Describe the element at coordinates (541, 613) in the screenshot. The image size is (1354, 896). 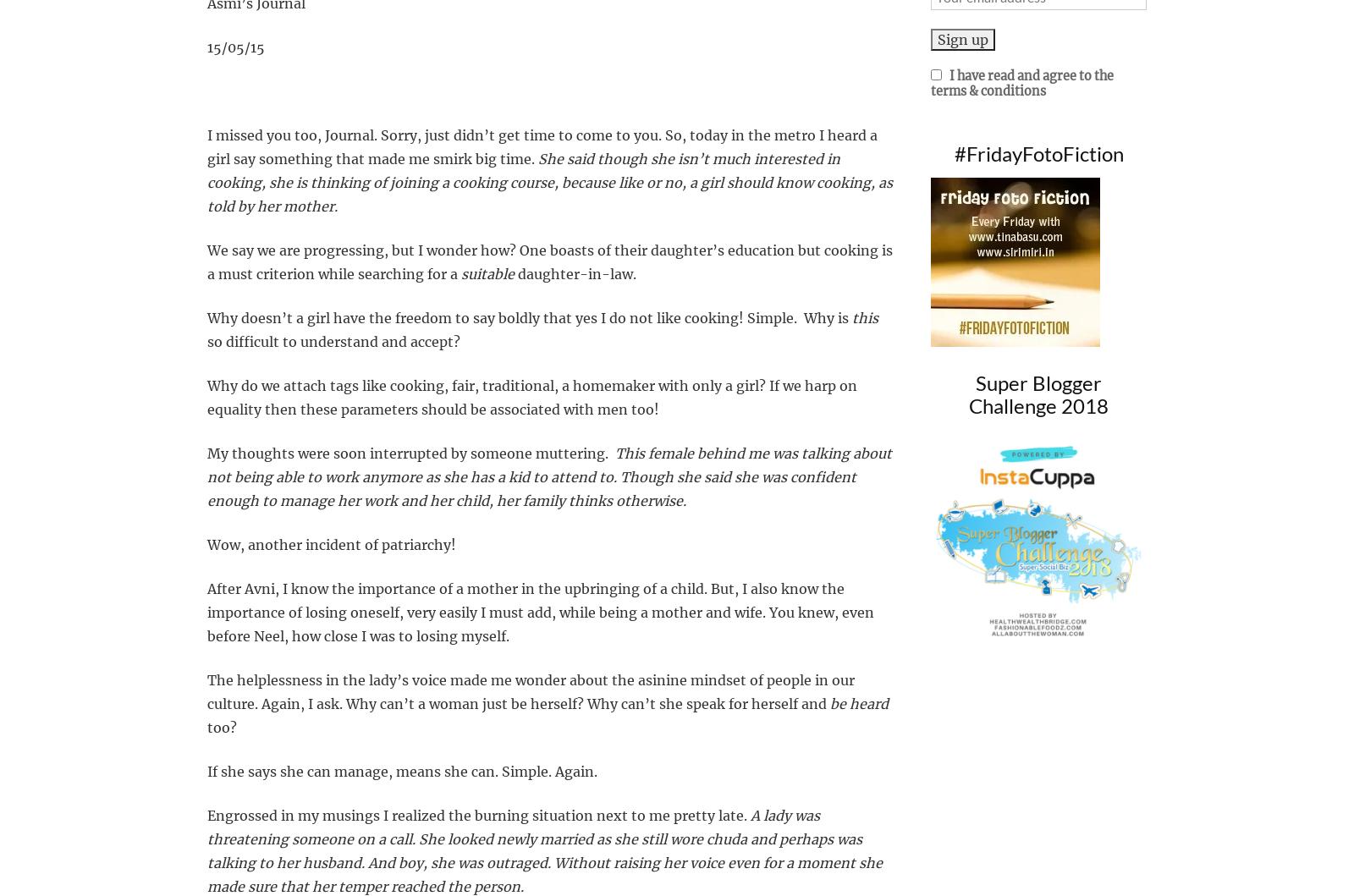
I see `'After Avni, I know the importance of a mother in the upbringing of a child. But, I also know the importance of losing oneself, very easily I must add, while being a mother and wife. You knew, even before Neel, how close I was to losing myself.'` at that location.